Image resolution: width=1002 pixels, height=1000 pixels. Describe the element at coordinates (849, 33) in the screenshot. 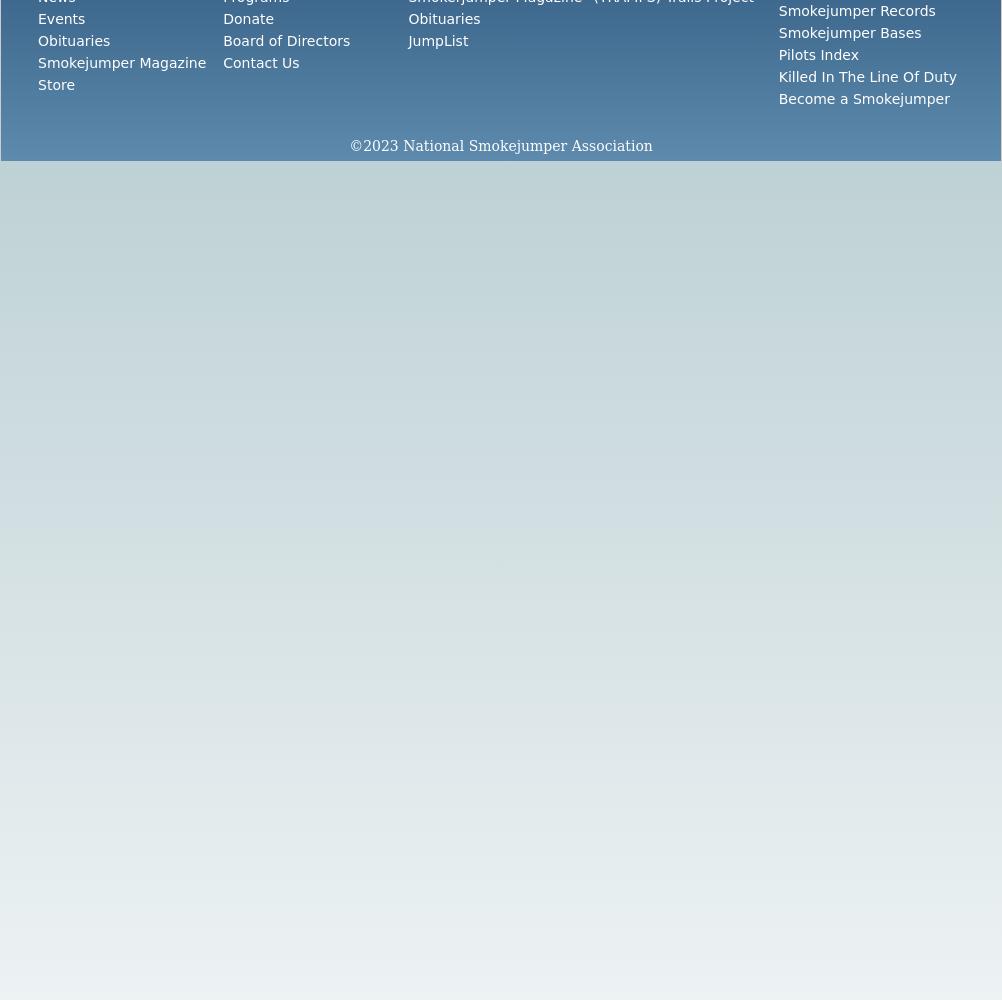

I see `'Smokejumper Bases'` at that location.